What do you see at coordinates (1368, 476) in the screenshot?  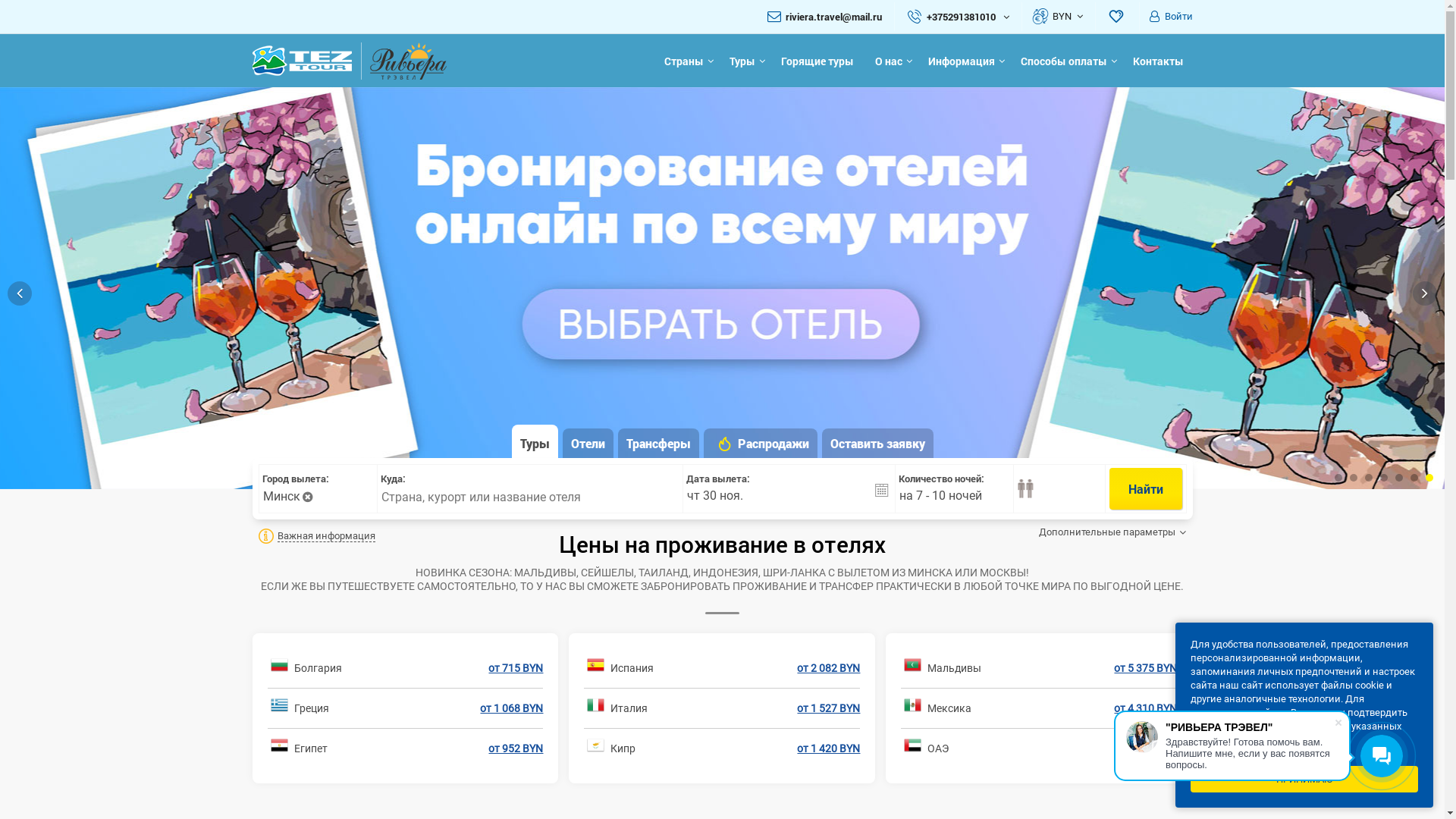 I see `'3'` at bounding box center [1368, 476].